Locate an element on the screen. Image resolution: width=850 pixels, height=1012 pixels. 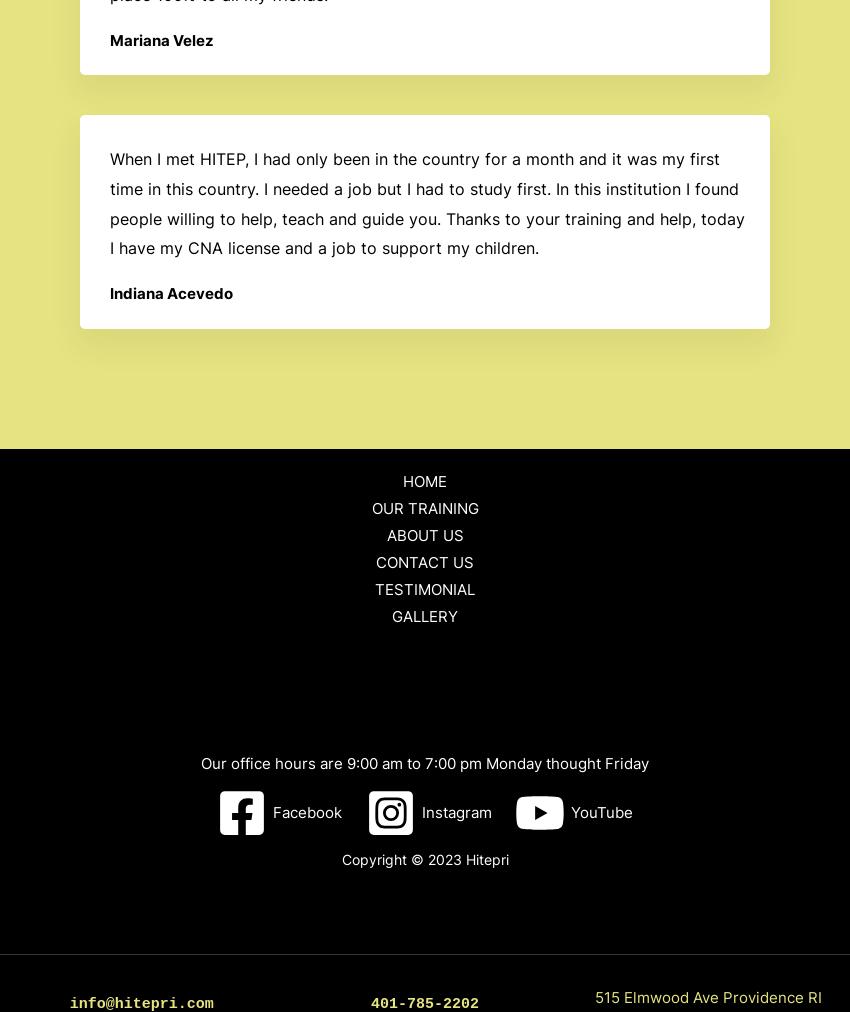
'CONTACT US' is located at coordinates (425, 560).